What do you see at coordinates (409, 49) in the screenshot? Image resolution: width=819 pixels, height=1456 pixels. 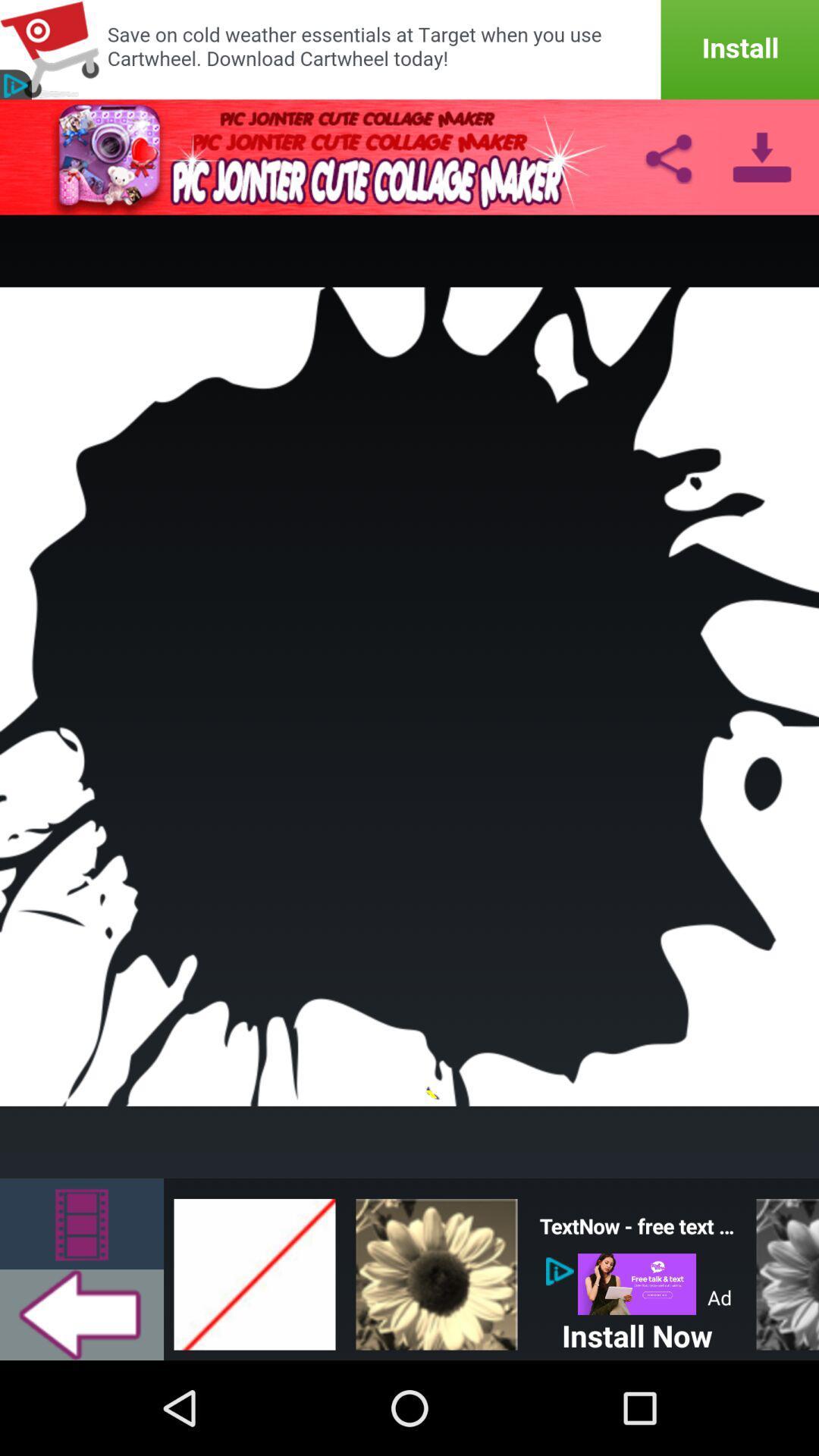 I see `press target advertisement` at bounding box center [409, 49].